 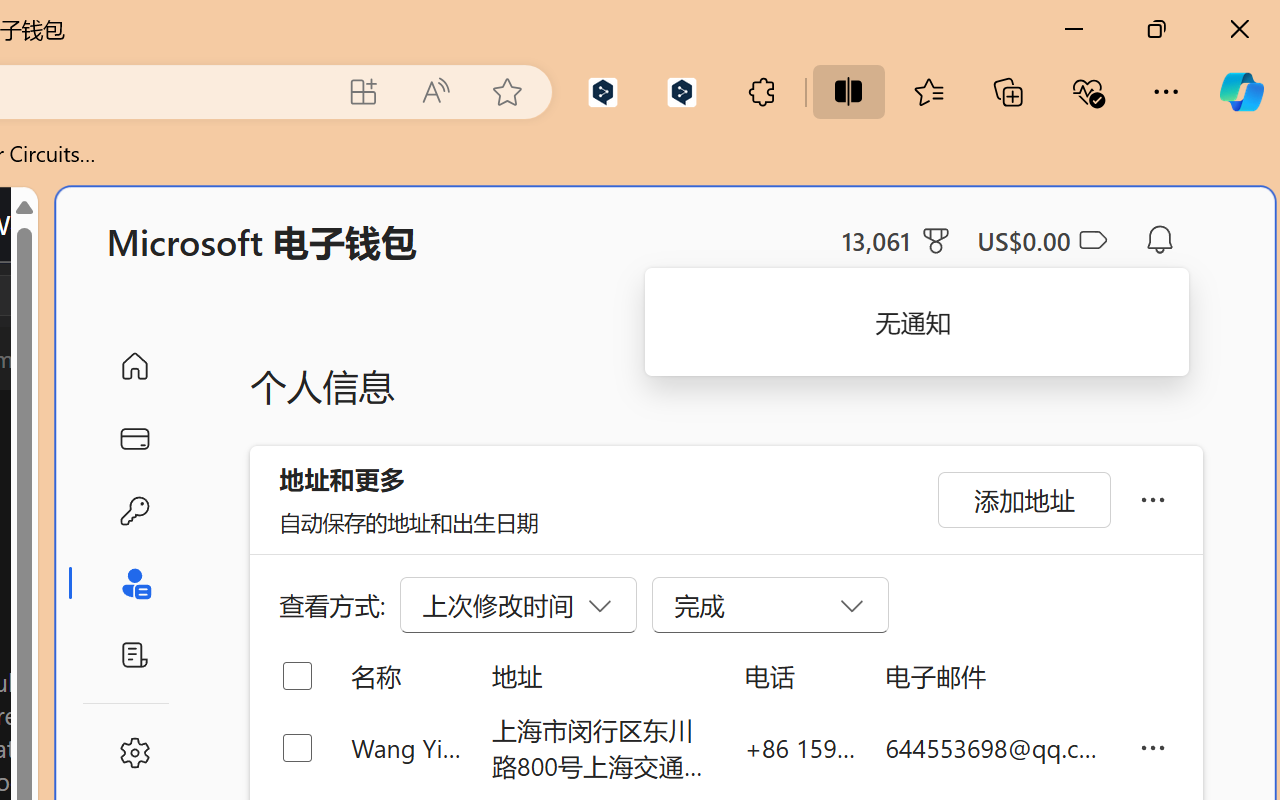 I want to click on 'Wang Yian', so click(x=405, y=747).